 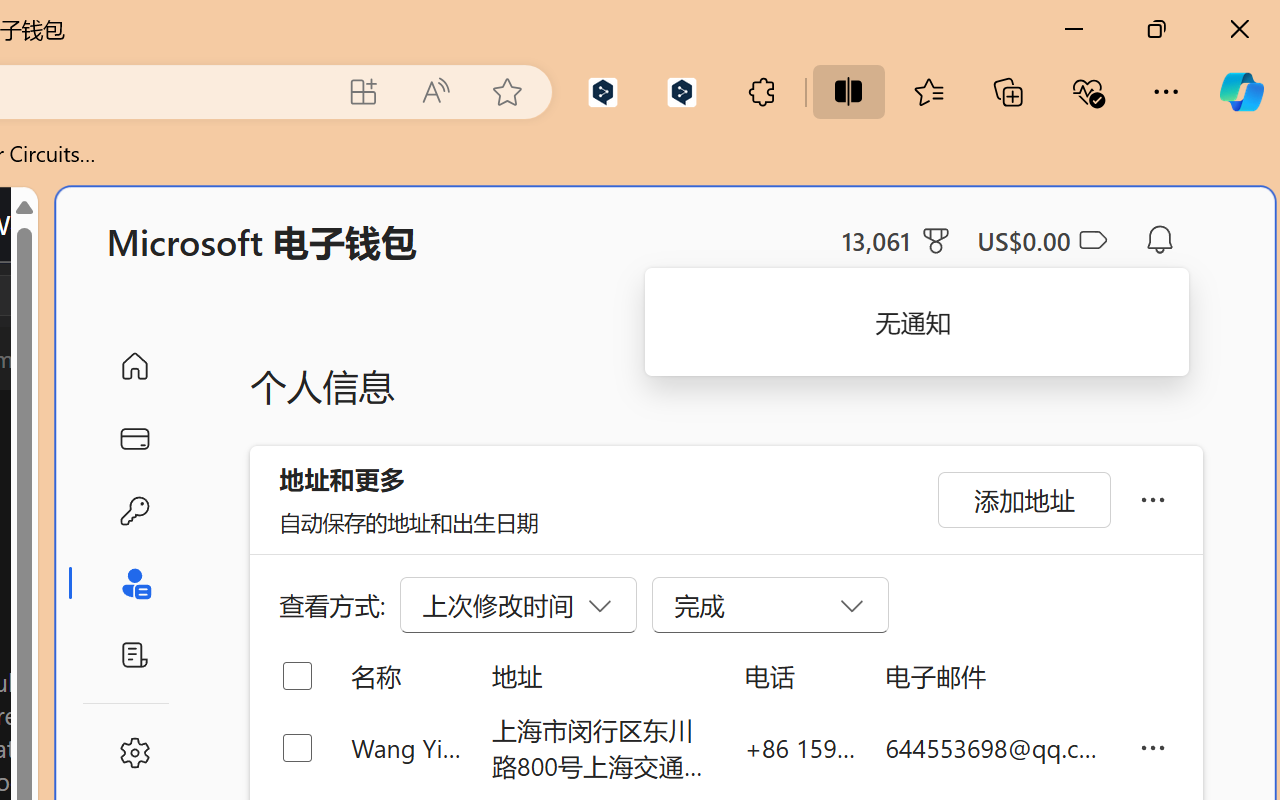 I want to click on 'Wang Yian', so click(x=405, y=747).